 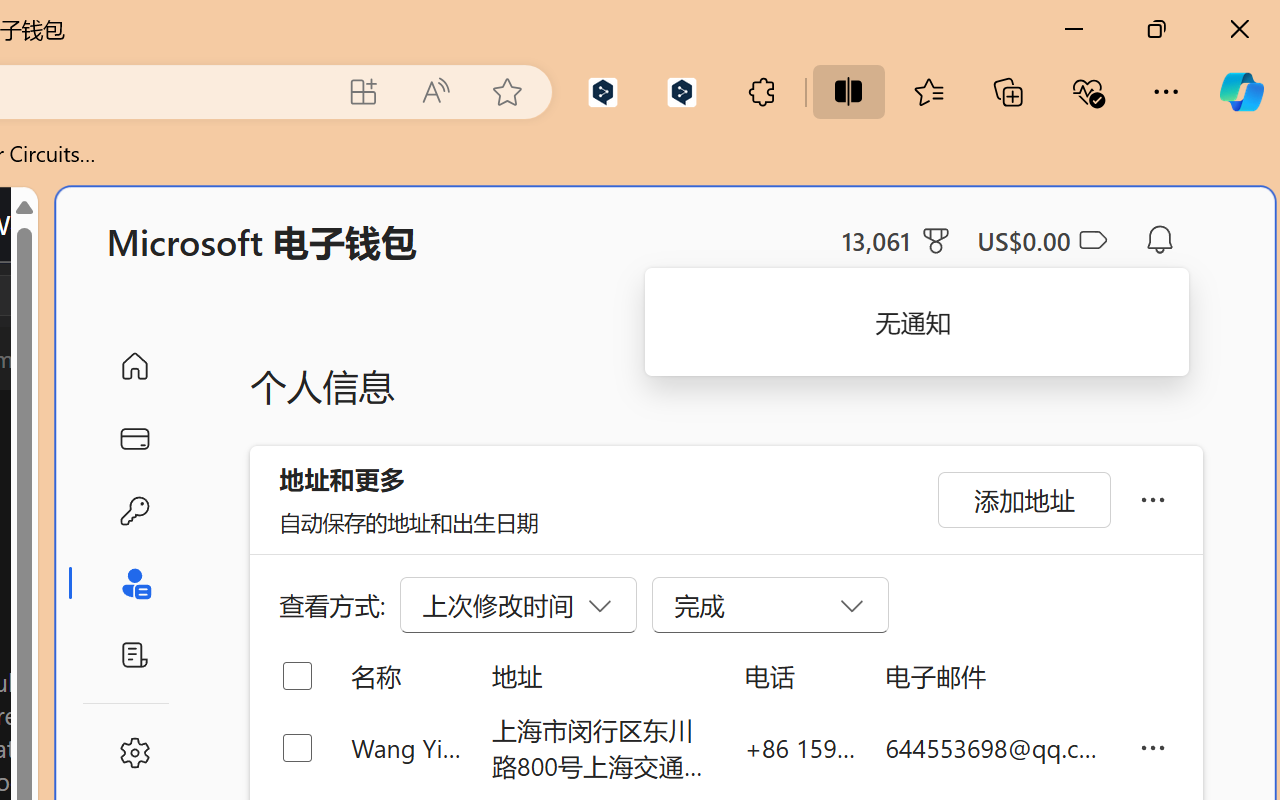 I want to click on 'Wang Yian', so click(x=405, y=747).